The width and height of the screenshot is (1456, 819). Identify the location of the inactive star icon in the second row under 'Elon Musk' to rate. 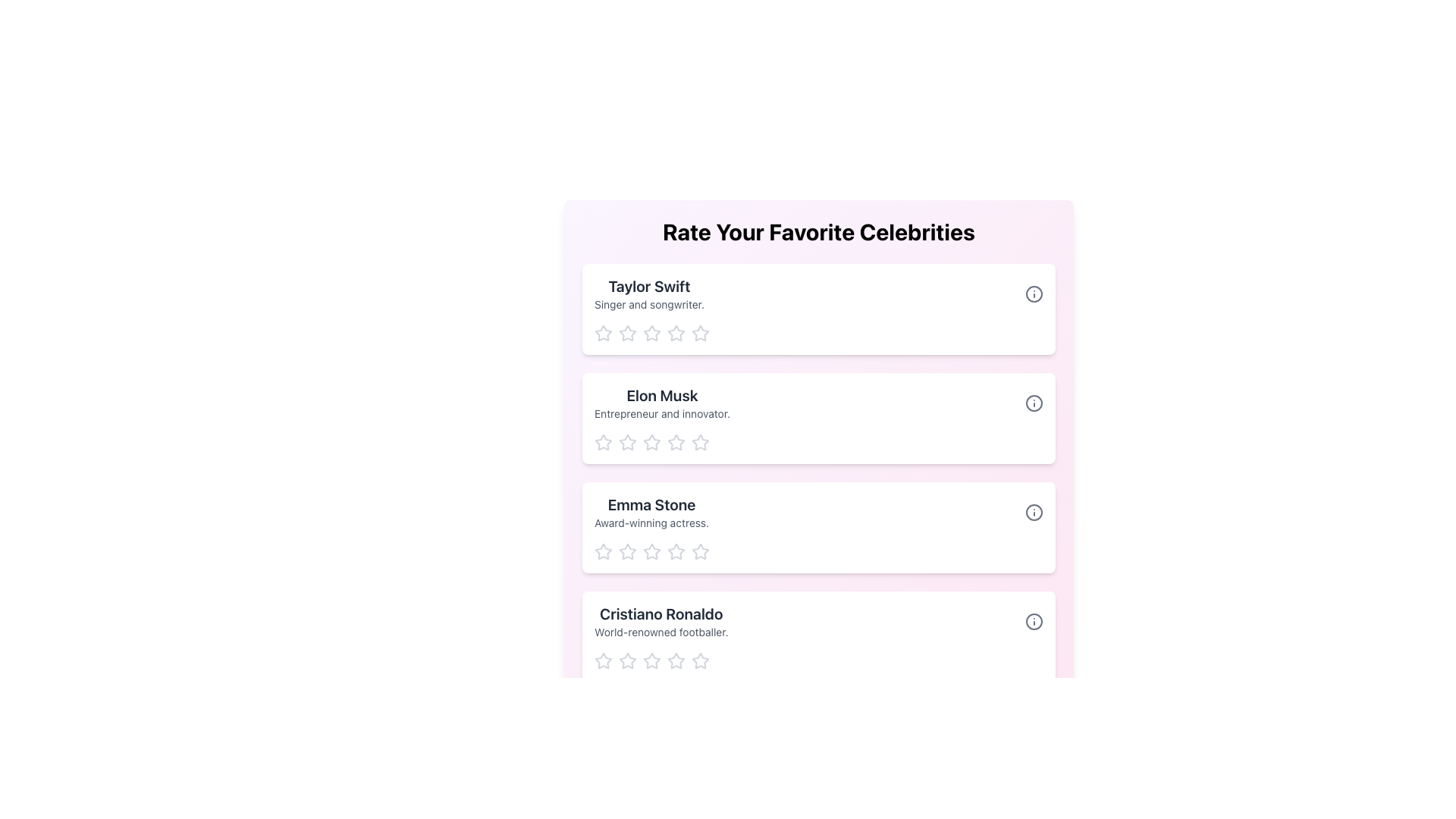
(628, 442).